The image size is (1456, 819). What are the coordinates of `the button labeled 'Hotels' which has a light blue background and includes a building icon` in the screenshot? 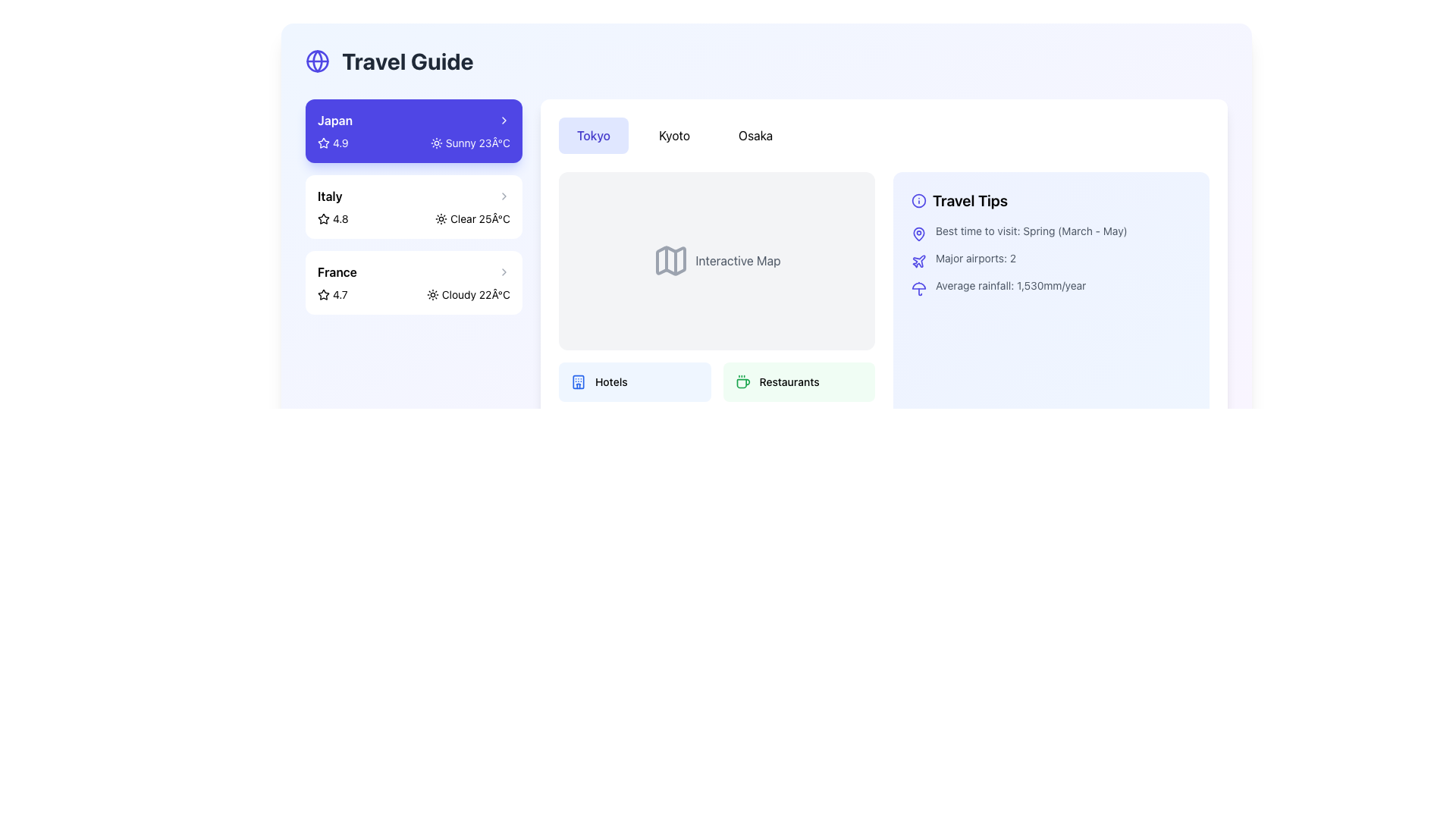 It's located at (635, 381).